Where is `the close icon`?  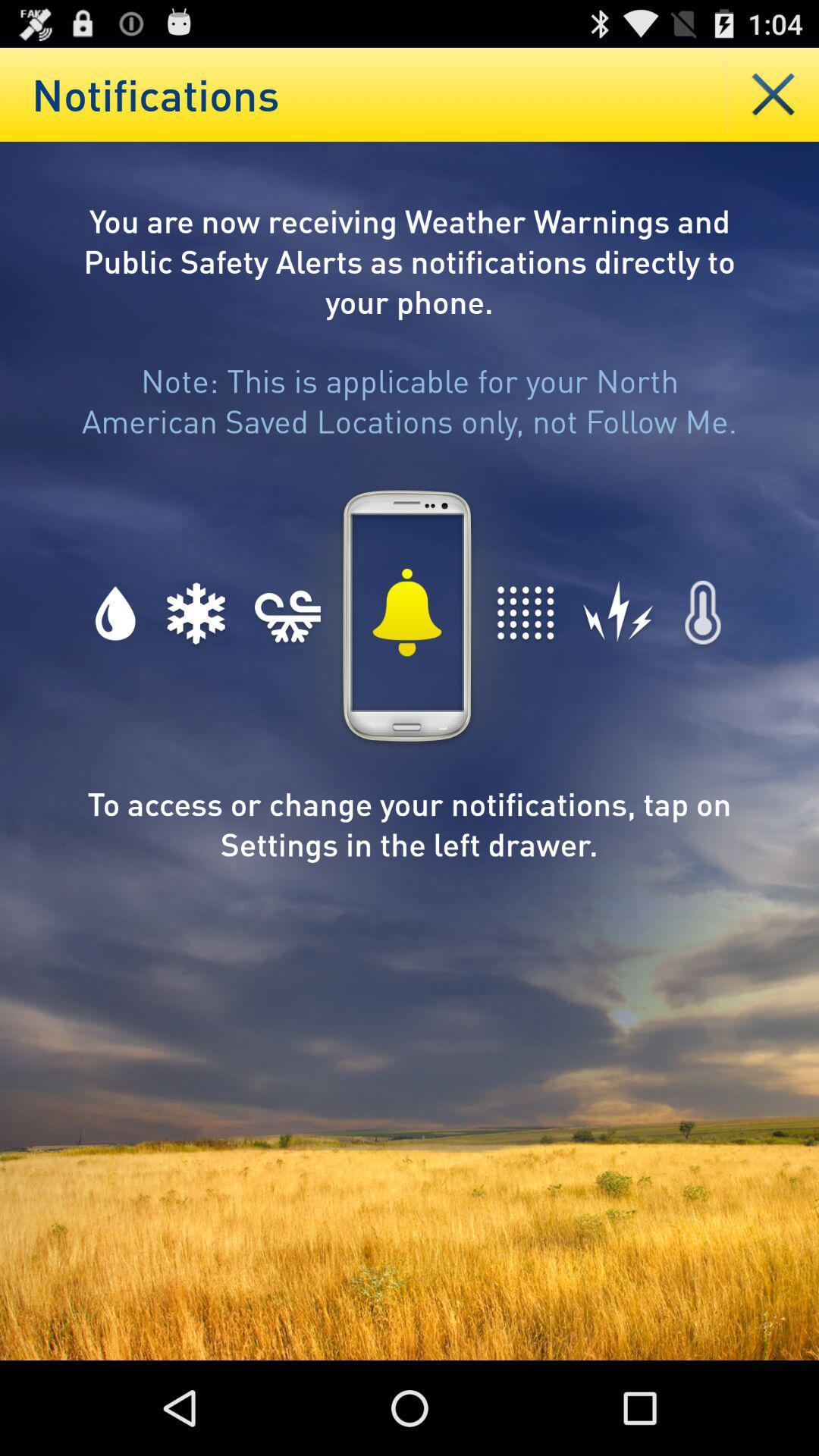 the close icon is located at coordinates (773, 100).